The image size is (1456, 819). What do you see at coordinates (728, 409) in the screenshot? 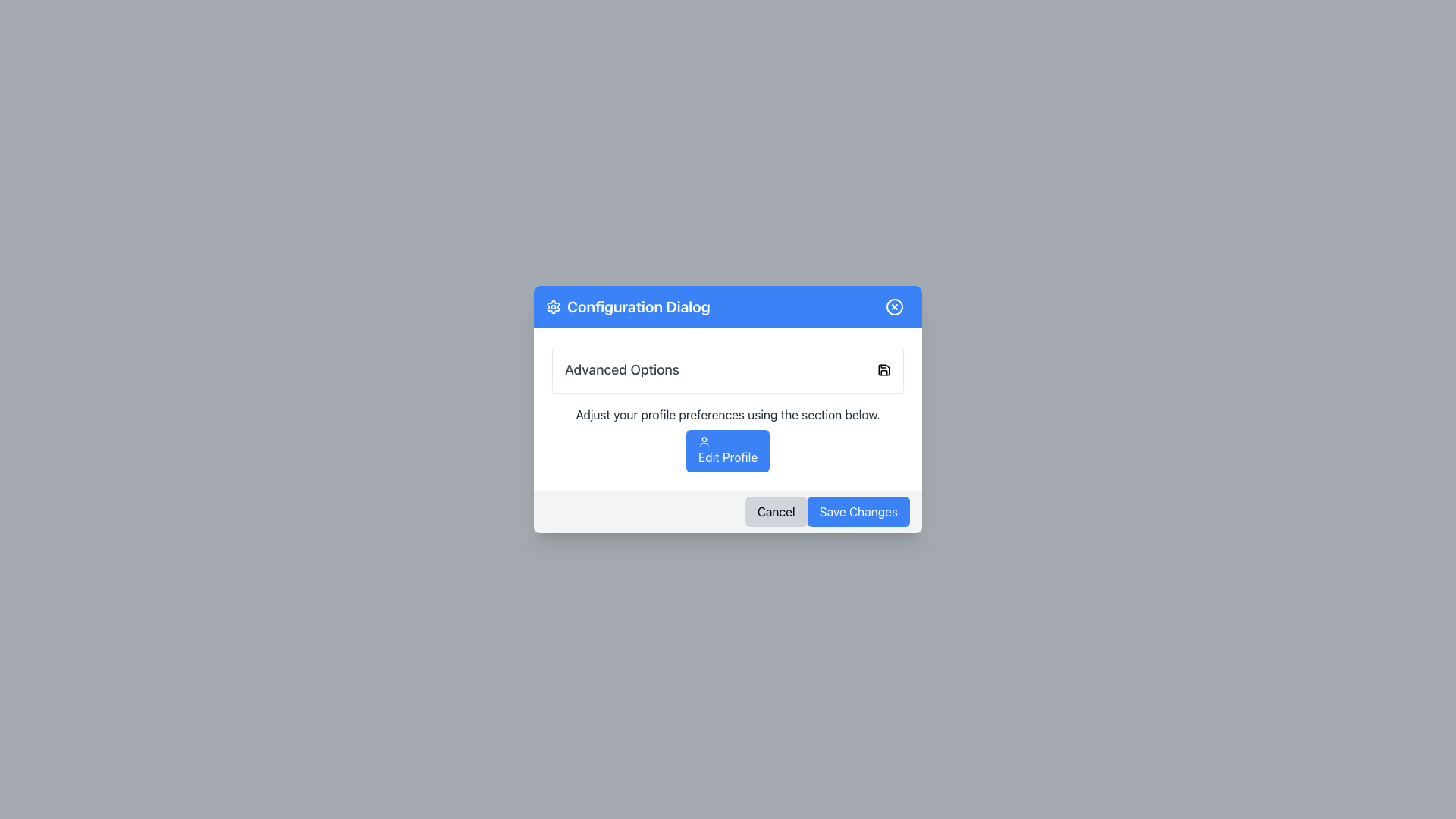
I see `the input areas or text sections of the centered modal dialog box with a white background and rounded corners` at bounding box center [728, 409].